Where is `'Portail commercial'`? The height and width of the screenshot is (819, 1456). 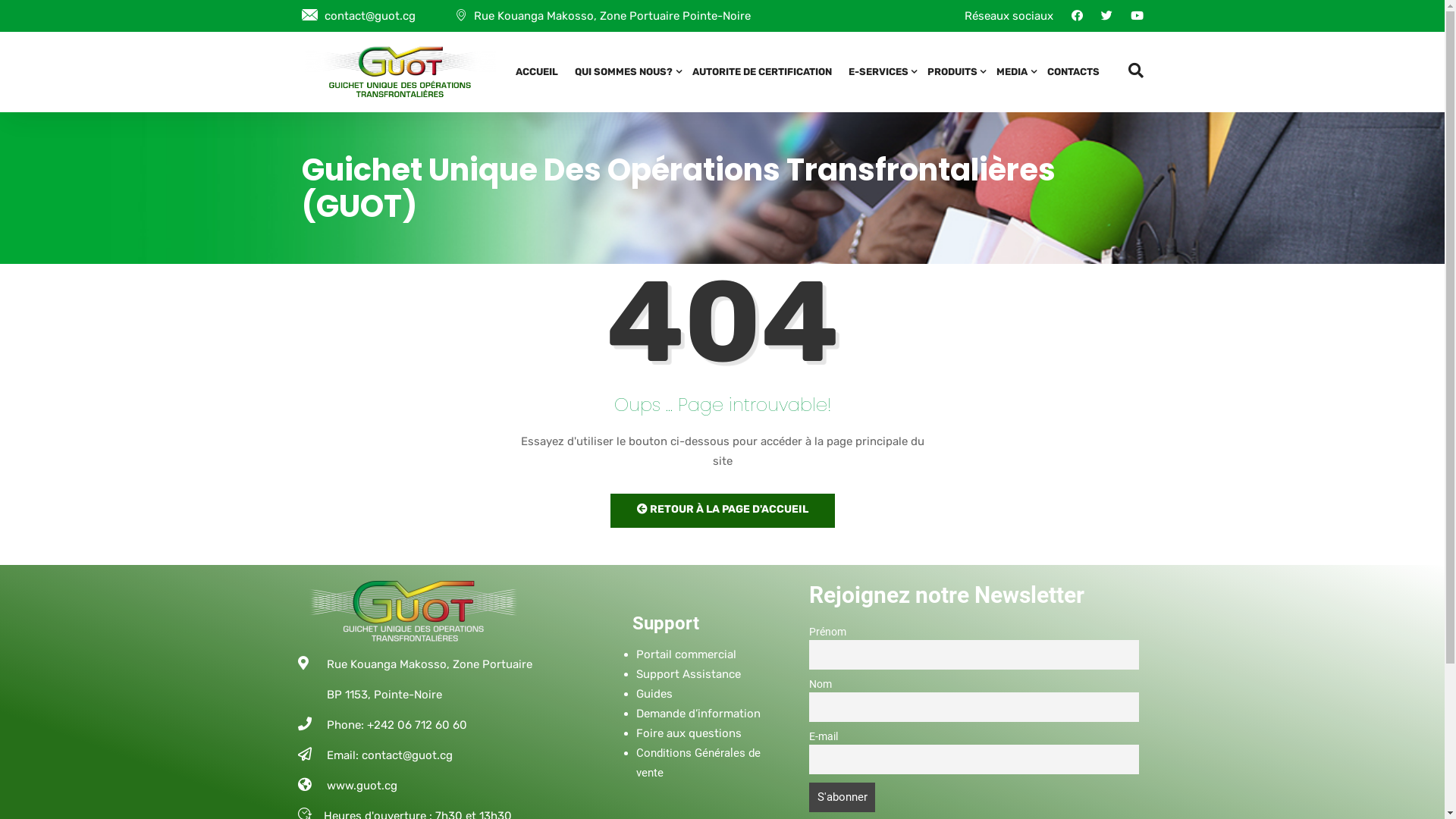 'Portail commercial' is located at coordinates (684, 654).